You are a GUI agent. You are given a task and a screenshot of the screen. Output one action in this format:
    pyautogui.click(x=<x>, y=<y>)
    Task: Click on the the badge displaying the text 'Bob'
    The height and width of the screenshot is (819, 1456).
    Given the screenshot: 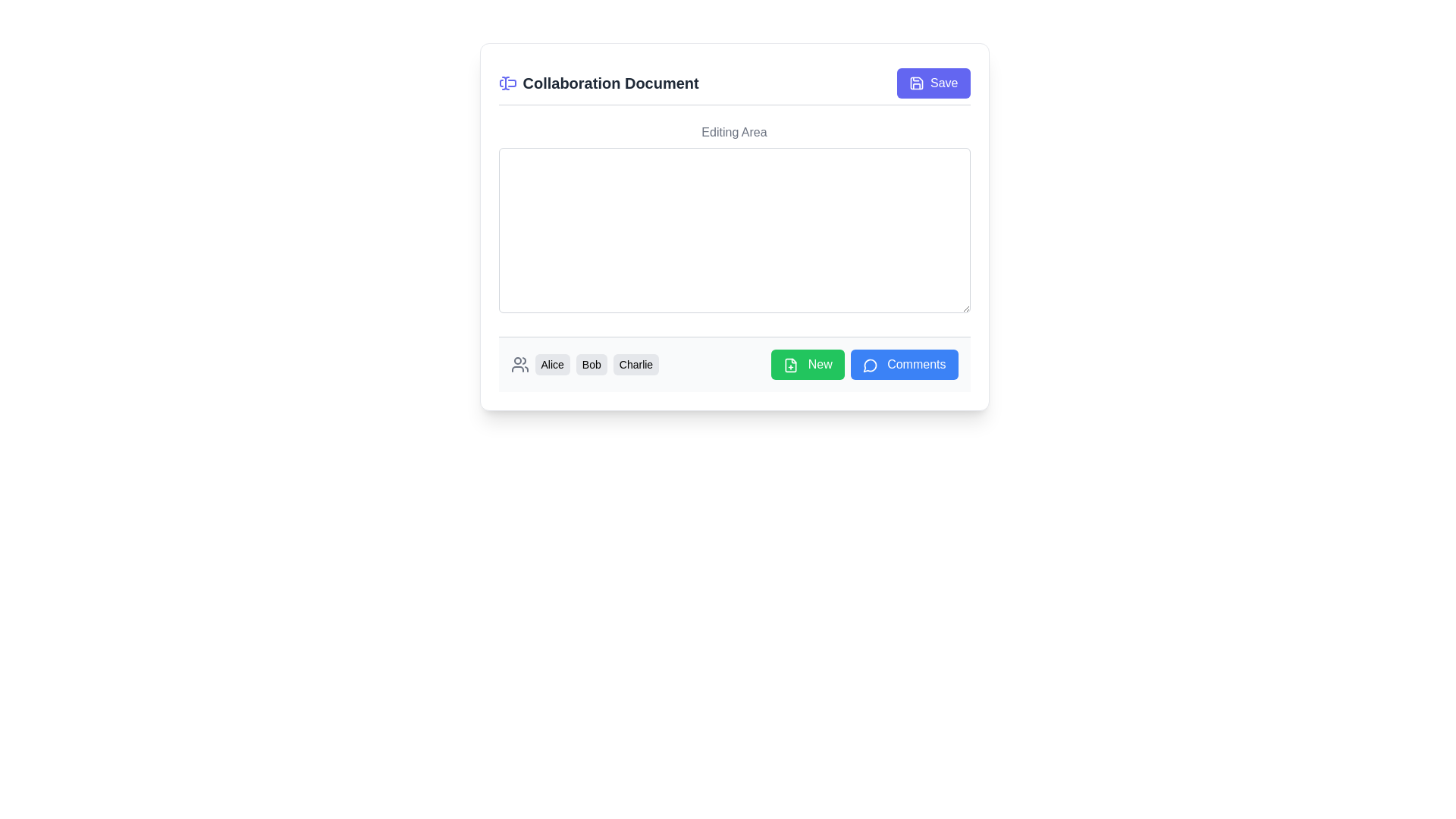 What is the action you would take?
    pyautogui.click(x=584, y=365)
    